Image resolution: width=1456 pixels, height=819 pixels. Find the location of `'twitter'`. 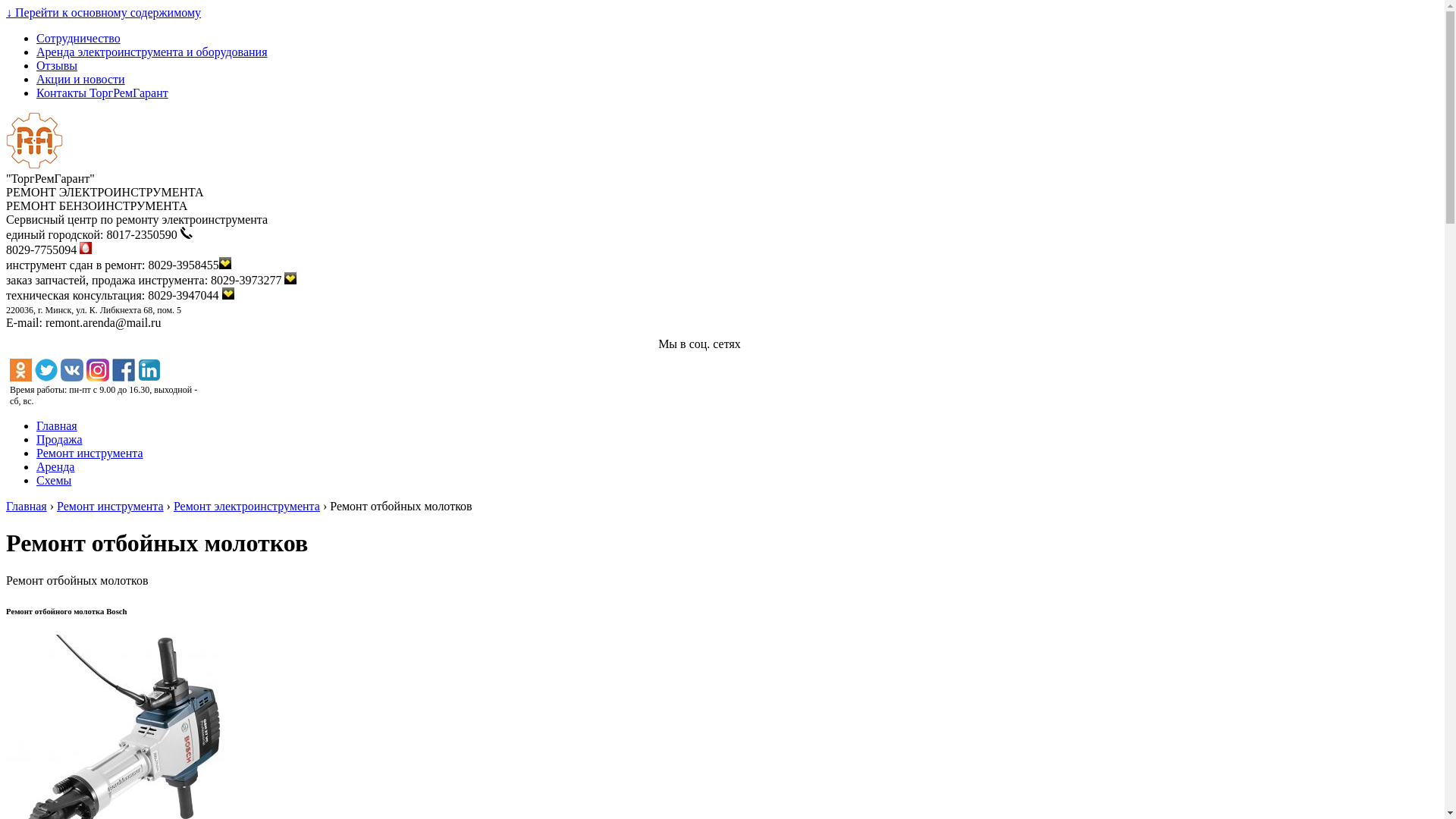

'twitter' is located at coordinates (46, 370).